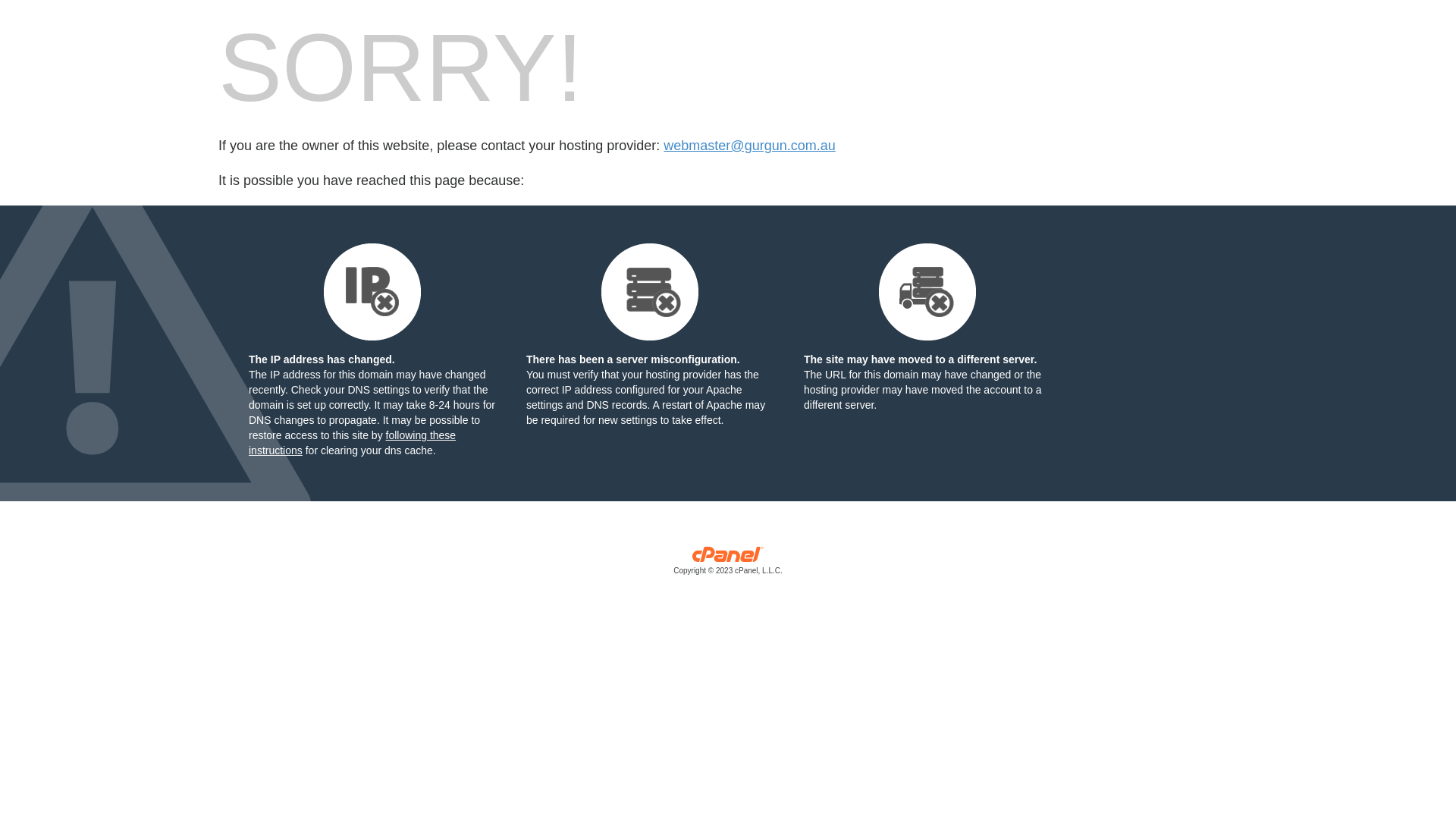 Image resolution: width=1456 pixels, height=819 pixels. What do you see at coordinates (351, 442) in the screenshot?
I see `'following these instructions'` at bounding box center [351, 442].